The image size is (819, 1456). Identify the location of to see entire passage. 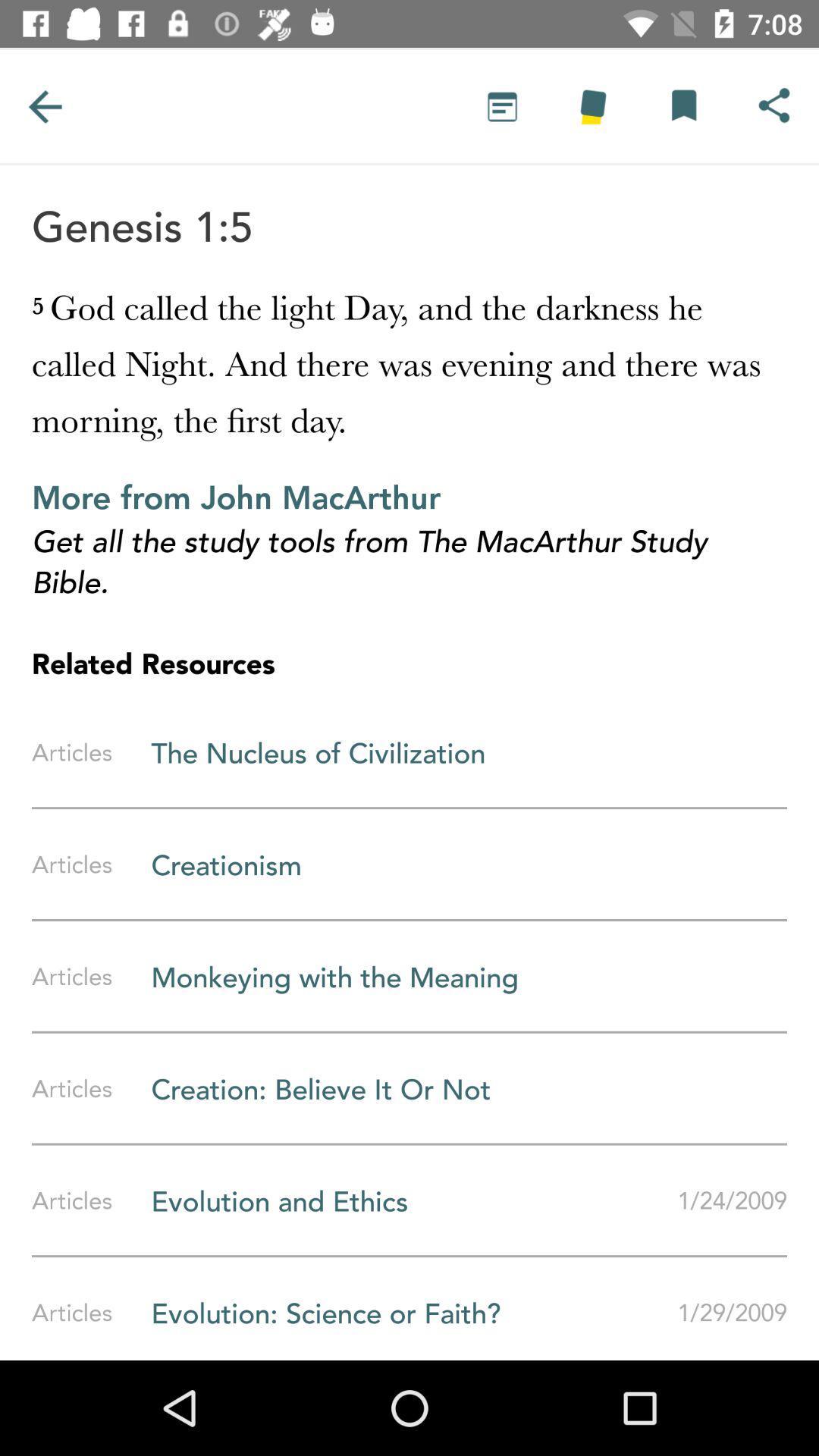
(502, 105).